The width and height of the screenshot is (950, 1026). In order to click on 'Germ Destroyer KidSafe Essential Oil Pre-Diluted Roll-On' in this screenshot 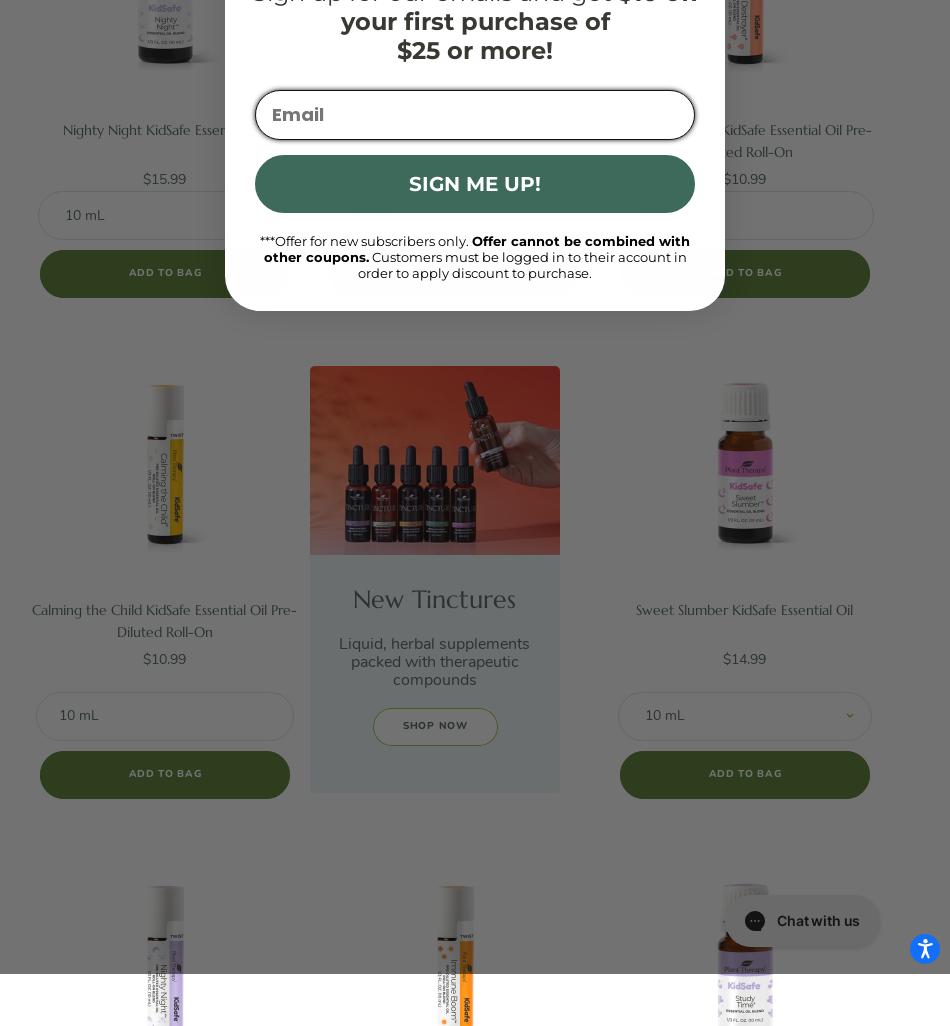, I will do `click(743, 140)`.